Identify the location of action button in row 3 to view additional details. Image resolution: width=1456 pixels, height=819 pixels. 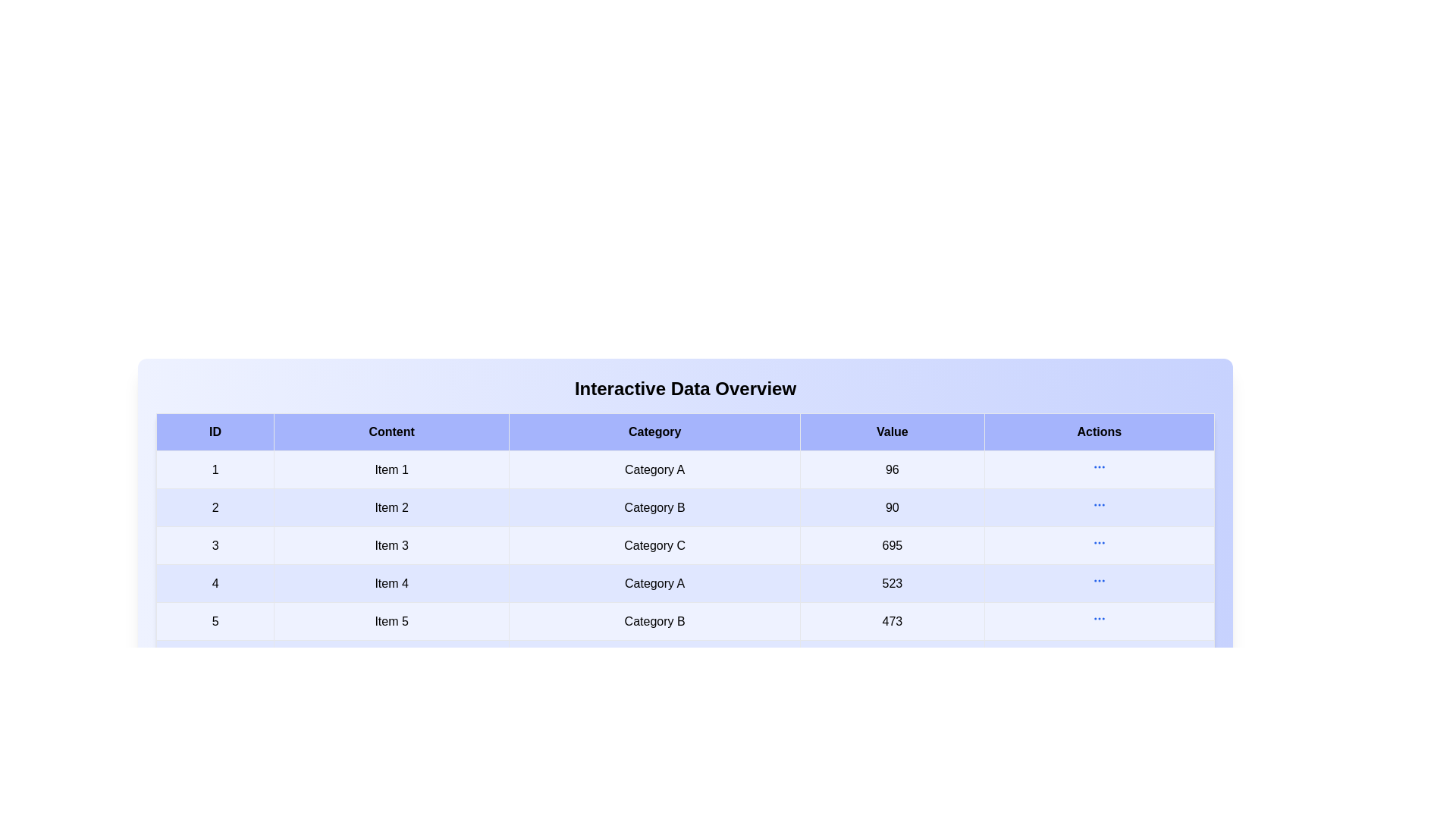
(1099, 542).